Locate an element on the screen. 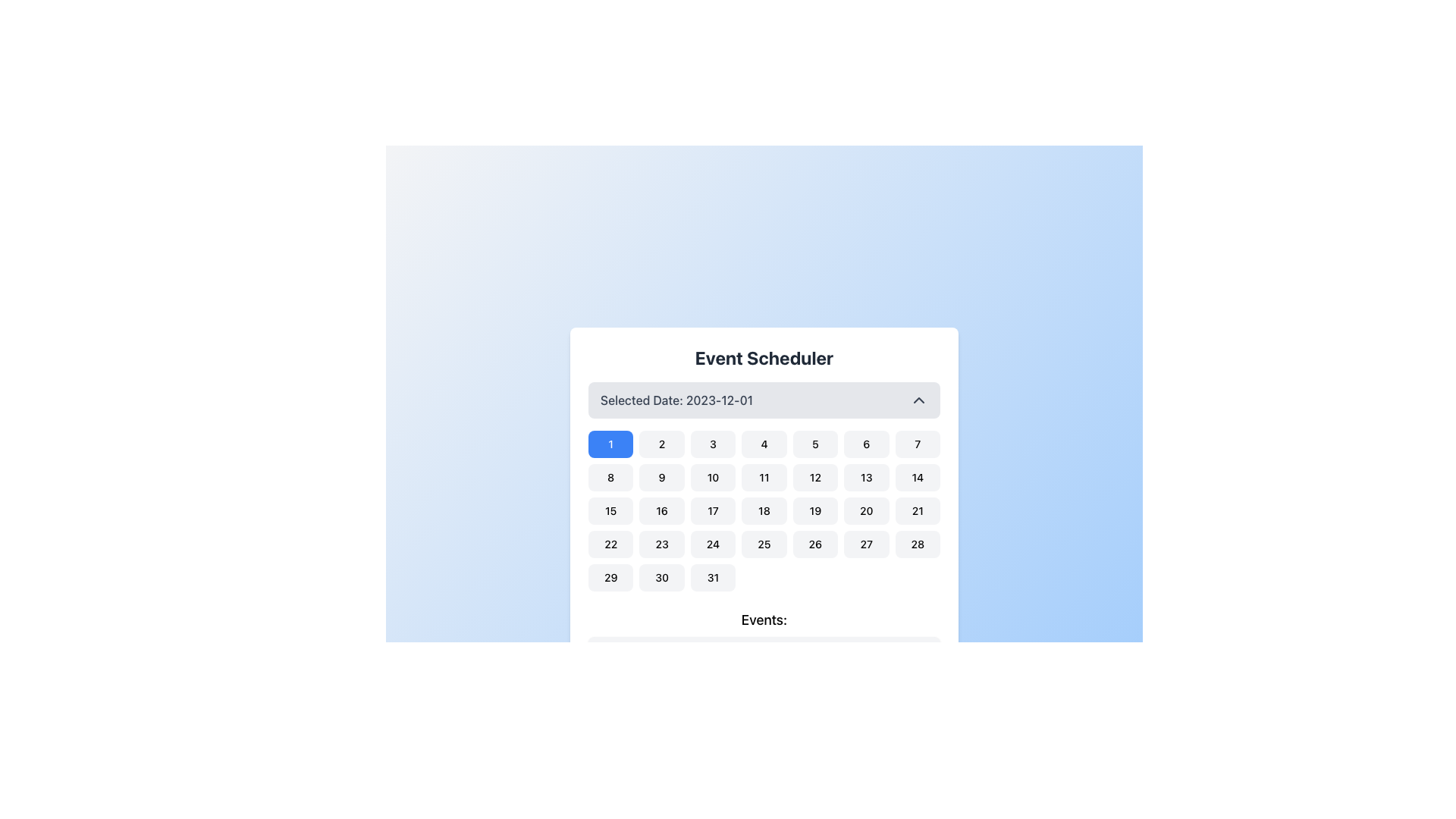 The image size is (1456, 819). the specific day button in the calendar grid located in the fourth row and fourth column is located at coordinates (764, 543).